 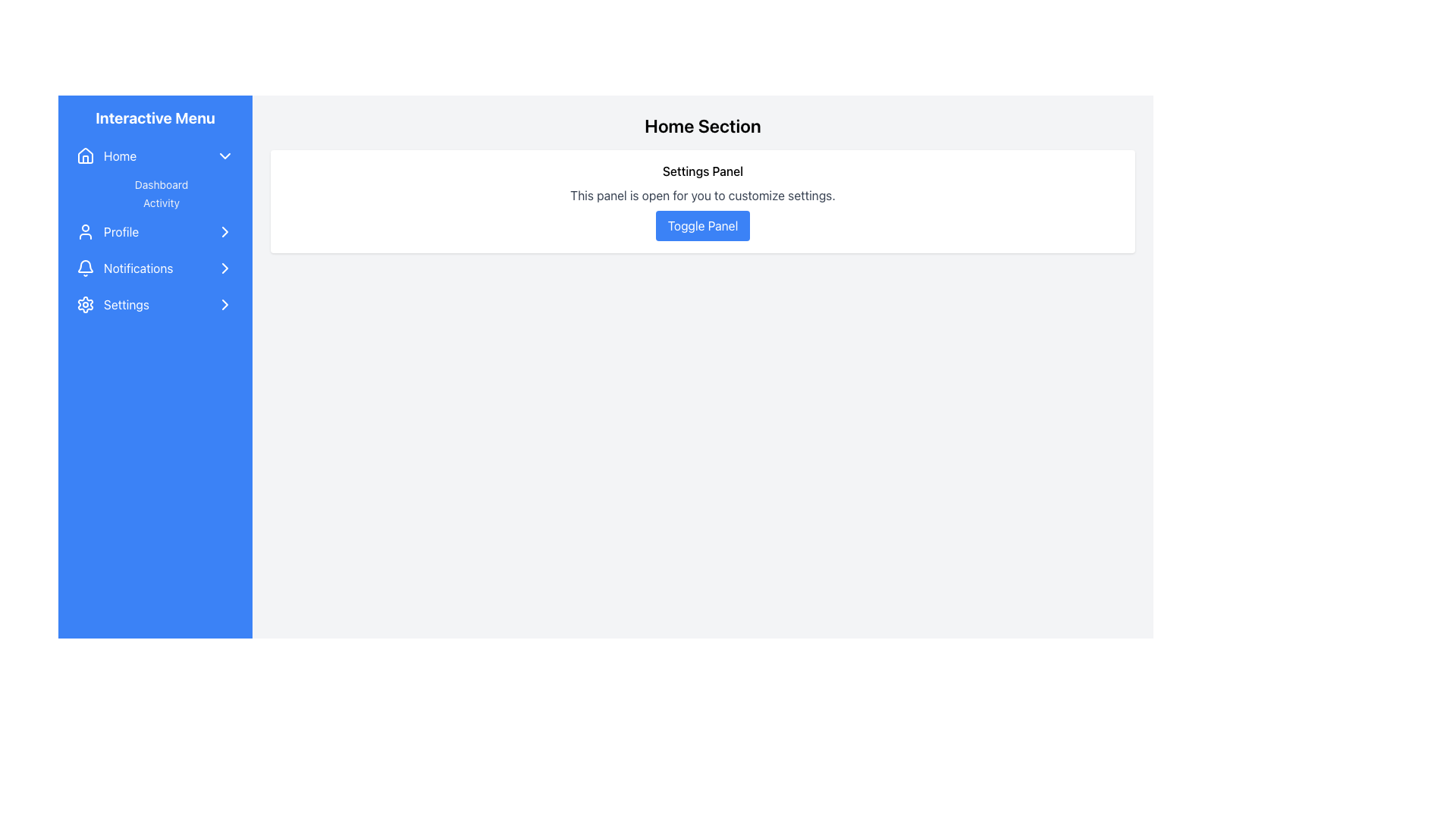 I want to click on the right arrow icon next to the 'Notifications' label, so click(x=224, y=268).